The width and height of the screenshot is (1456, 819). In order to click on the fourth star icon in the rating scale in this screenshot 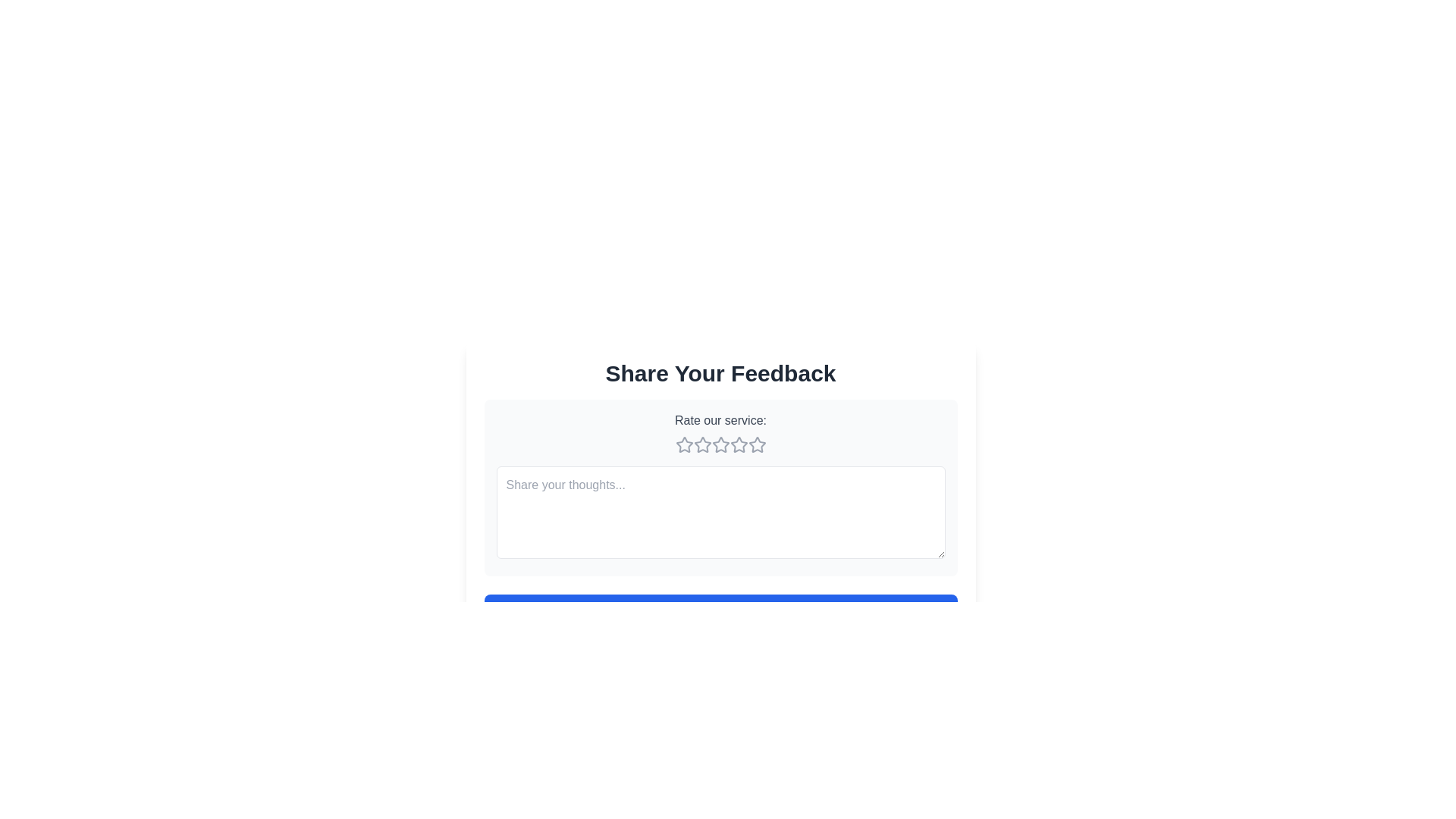, I will do `click(739, 444)`.